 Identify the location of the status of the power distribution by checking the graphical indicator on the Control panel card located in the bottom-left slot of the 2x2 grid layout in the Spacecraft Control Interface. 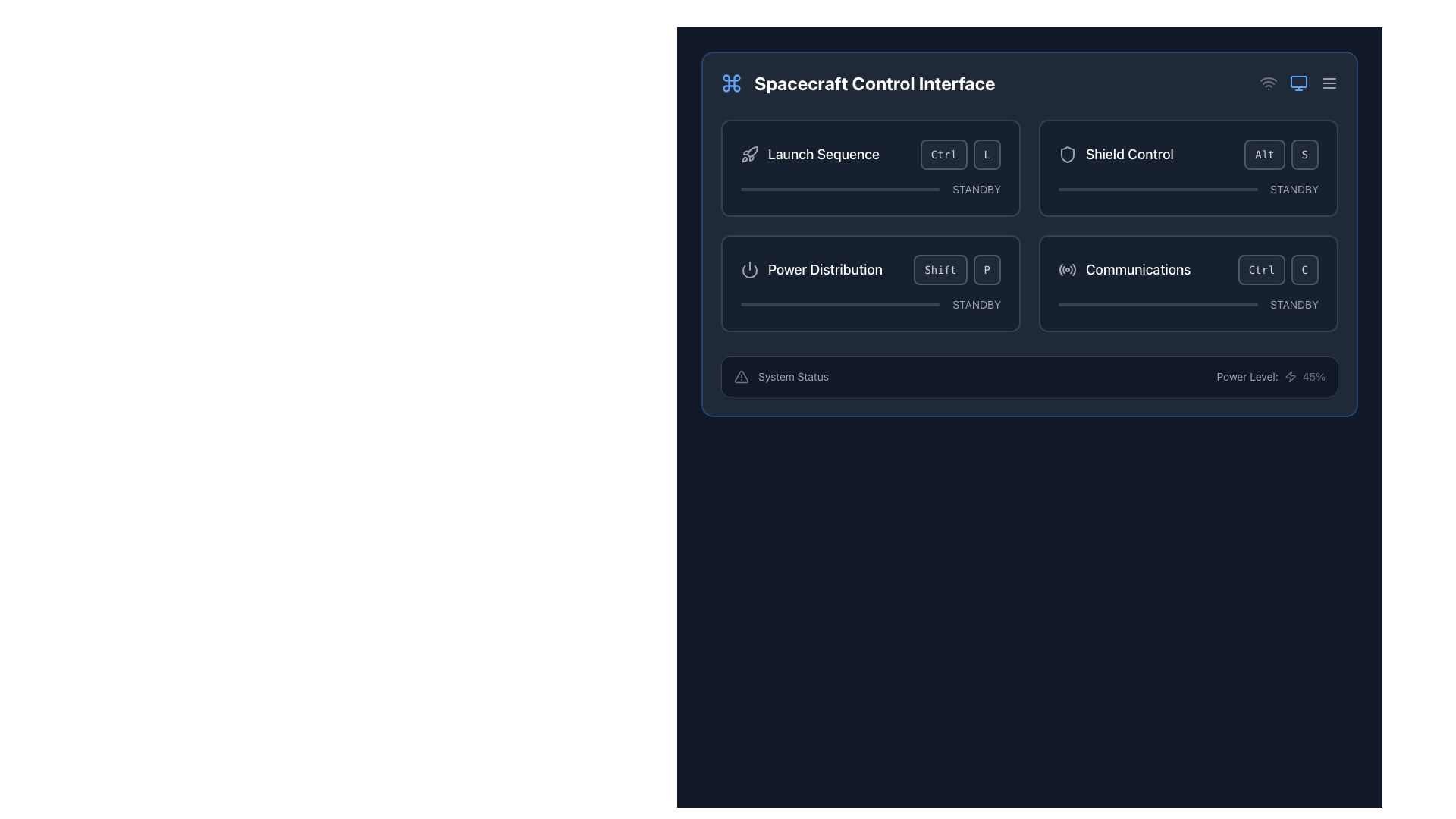
(871, 284).